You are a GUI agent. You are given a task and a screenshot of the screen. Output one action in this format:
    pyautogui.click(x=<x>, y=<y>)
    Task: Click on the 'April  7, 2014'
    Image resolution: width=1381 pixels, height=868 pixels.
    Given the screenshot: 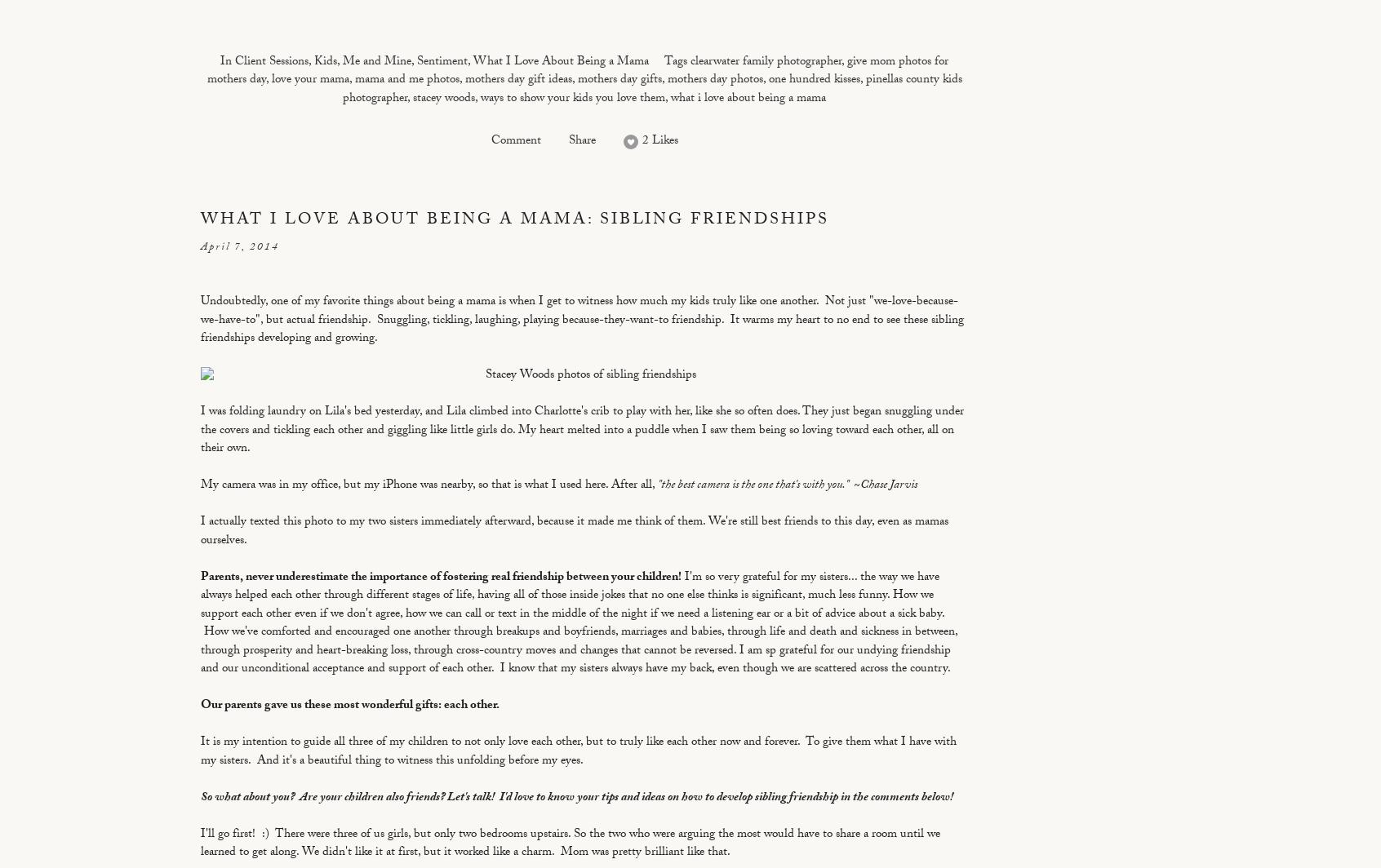 What is the action you would take?
    pyautogui.click(x=239, y=247)
    